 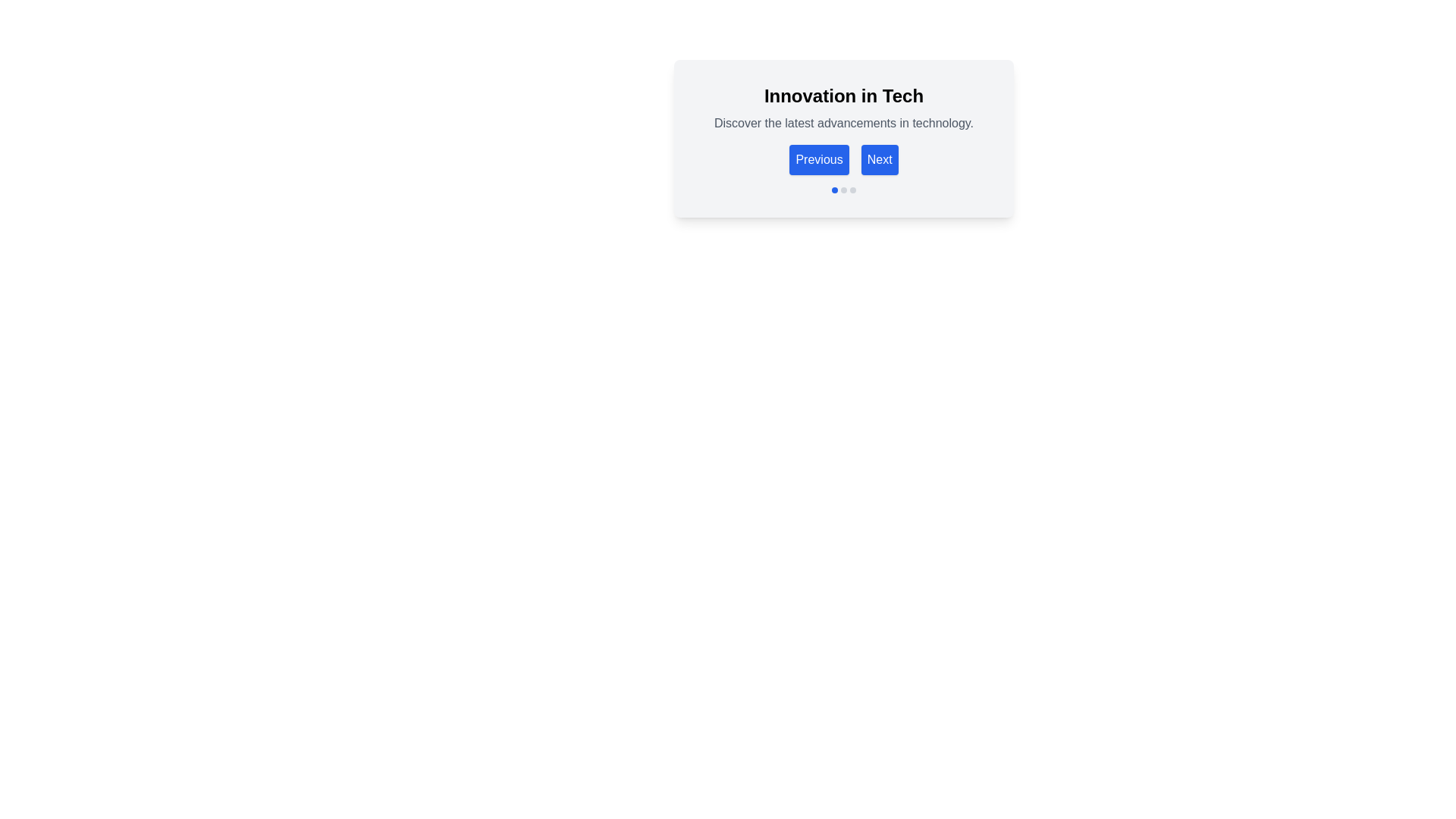 What do you see at coordinates (843, 128) in the screenshot?
I see `text content of the Navigation section located below the title 'Innovation in Tech' and above the circular indicators, which contains 'Previous' and 'Next' buttons for navigation` at bounding box center [843, 128].